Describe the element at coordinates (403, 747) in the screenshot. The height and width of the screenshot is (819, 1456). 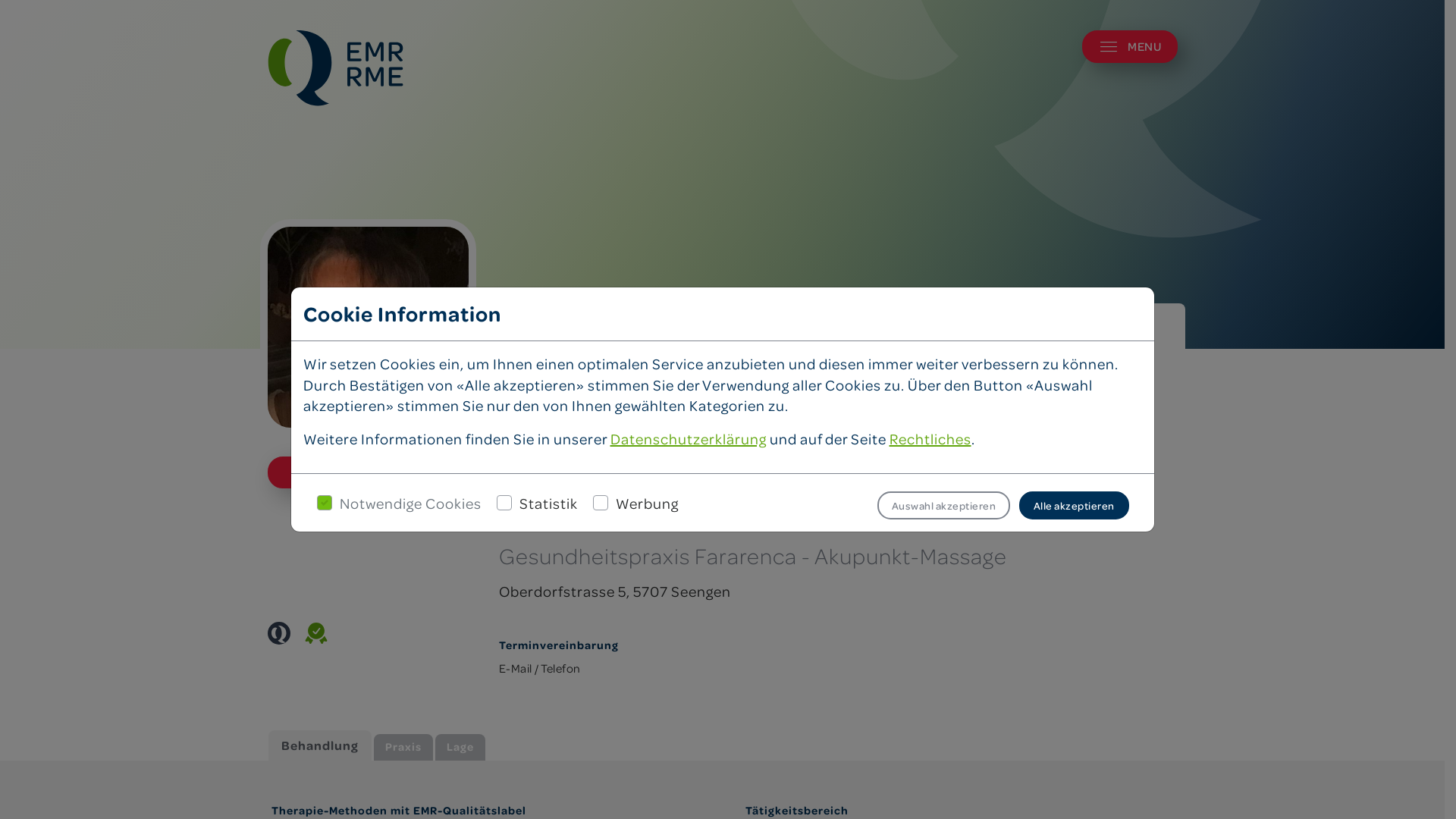
I see `'Praxis'` at that location.